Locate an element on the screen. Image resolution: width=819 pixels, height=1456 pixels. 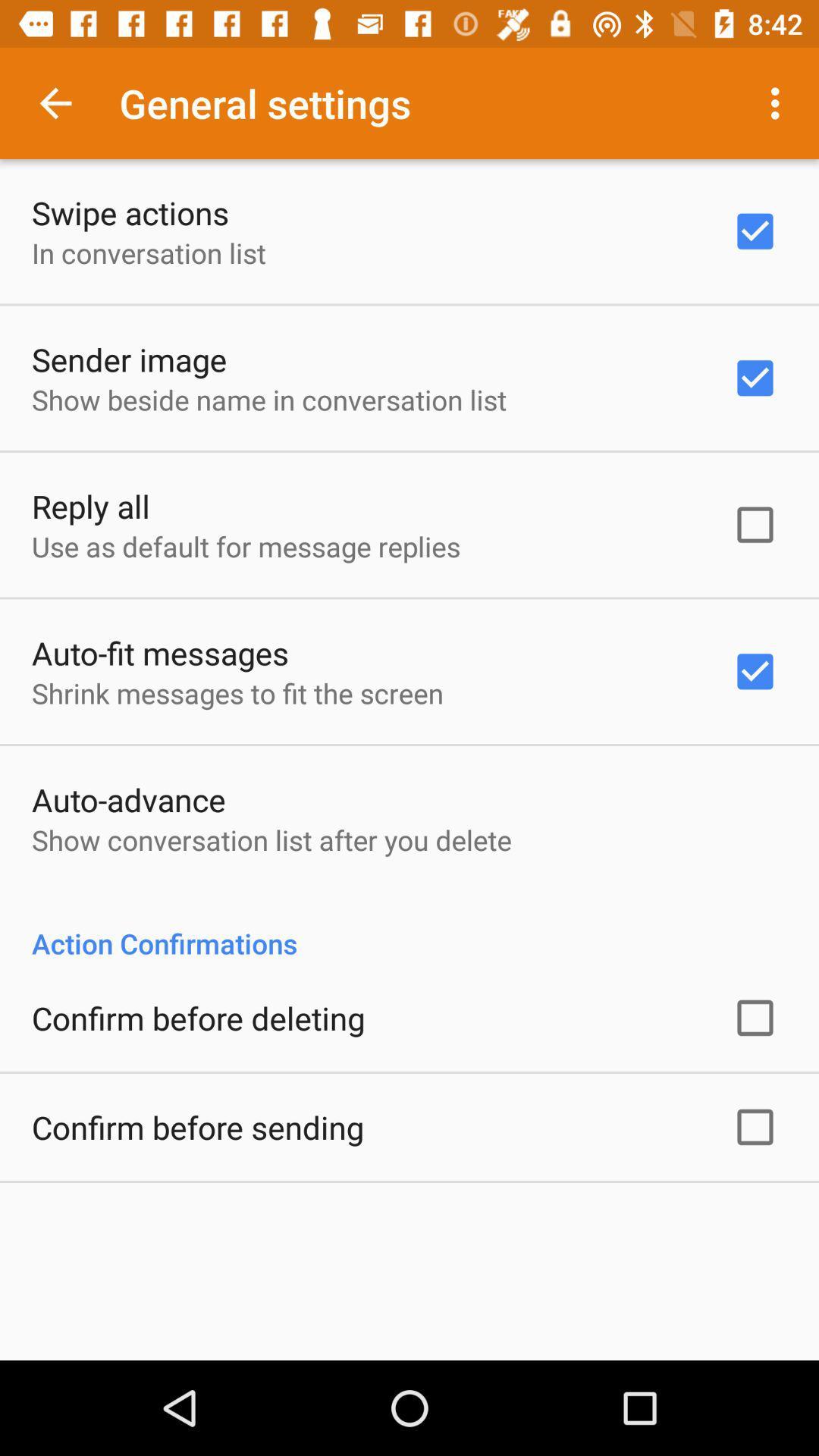
icon below sender image item is located at coordinates (268, 400).